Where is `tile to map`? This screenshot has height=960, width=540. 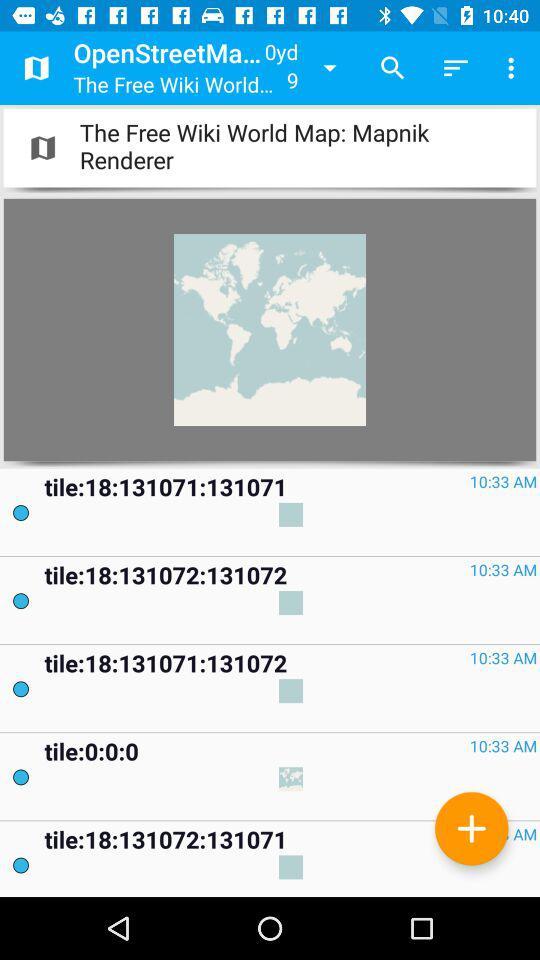 tile to map is located at coordinates (471, 828).